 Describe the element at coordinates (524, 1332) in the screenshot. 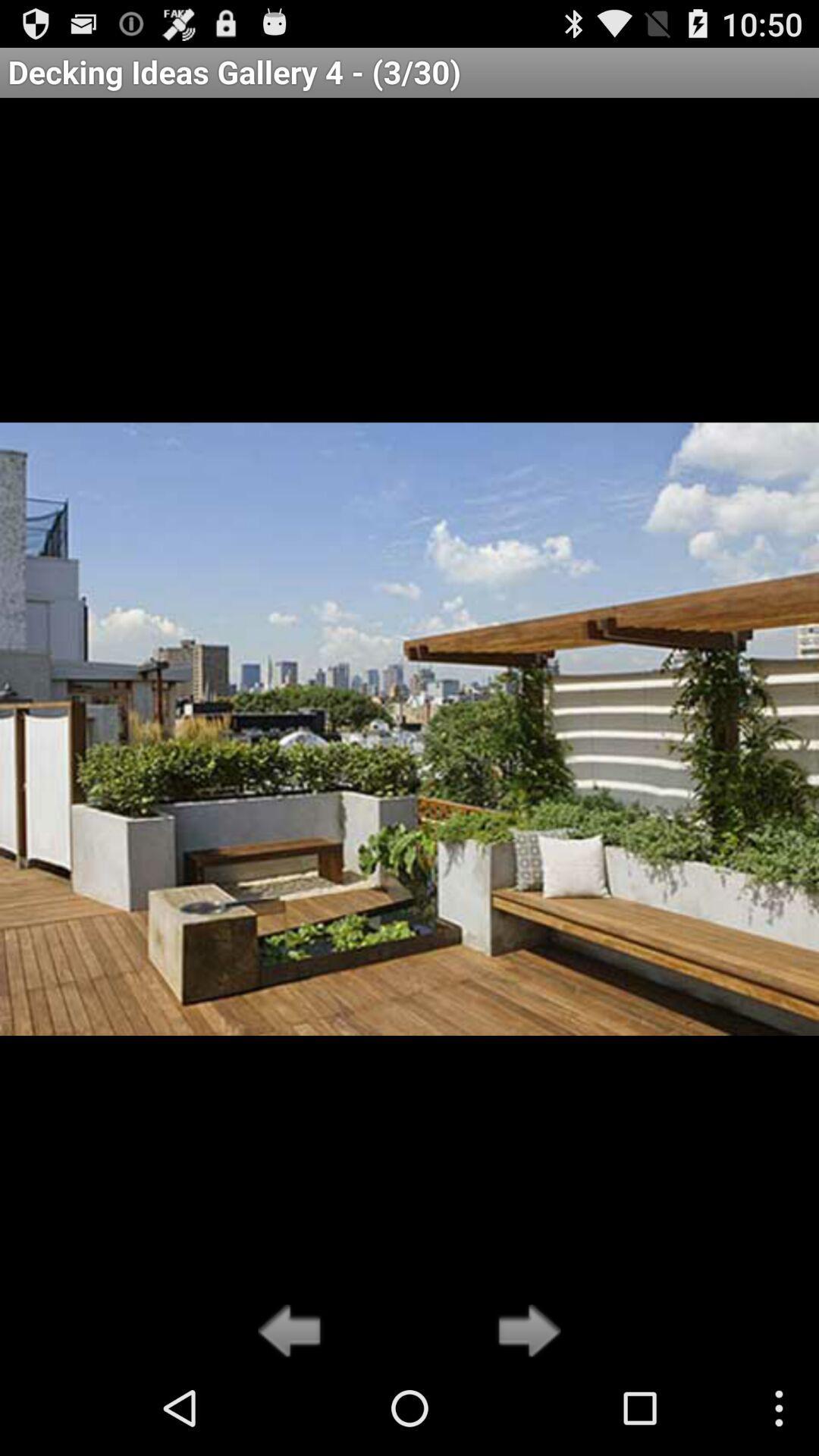

I see `the icon below decking ideas gallery icon` at that location.